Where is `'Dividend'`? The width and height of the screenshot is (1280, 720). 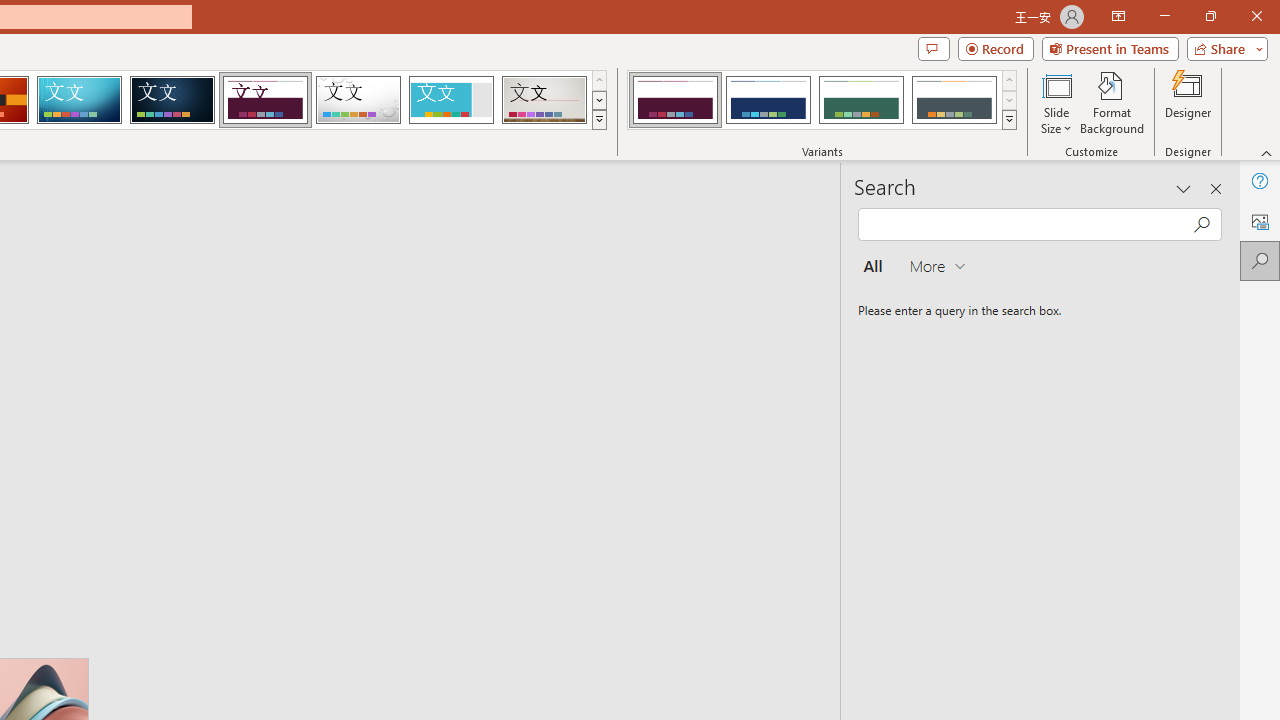
'Dividend' is located at coordinates (264, 100).